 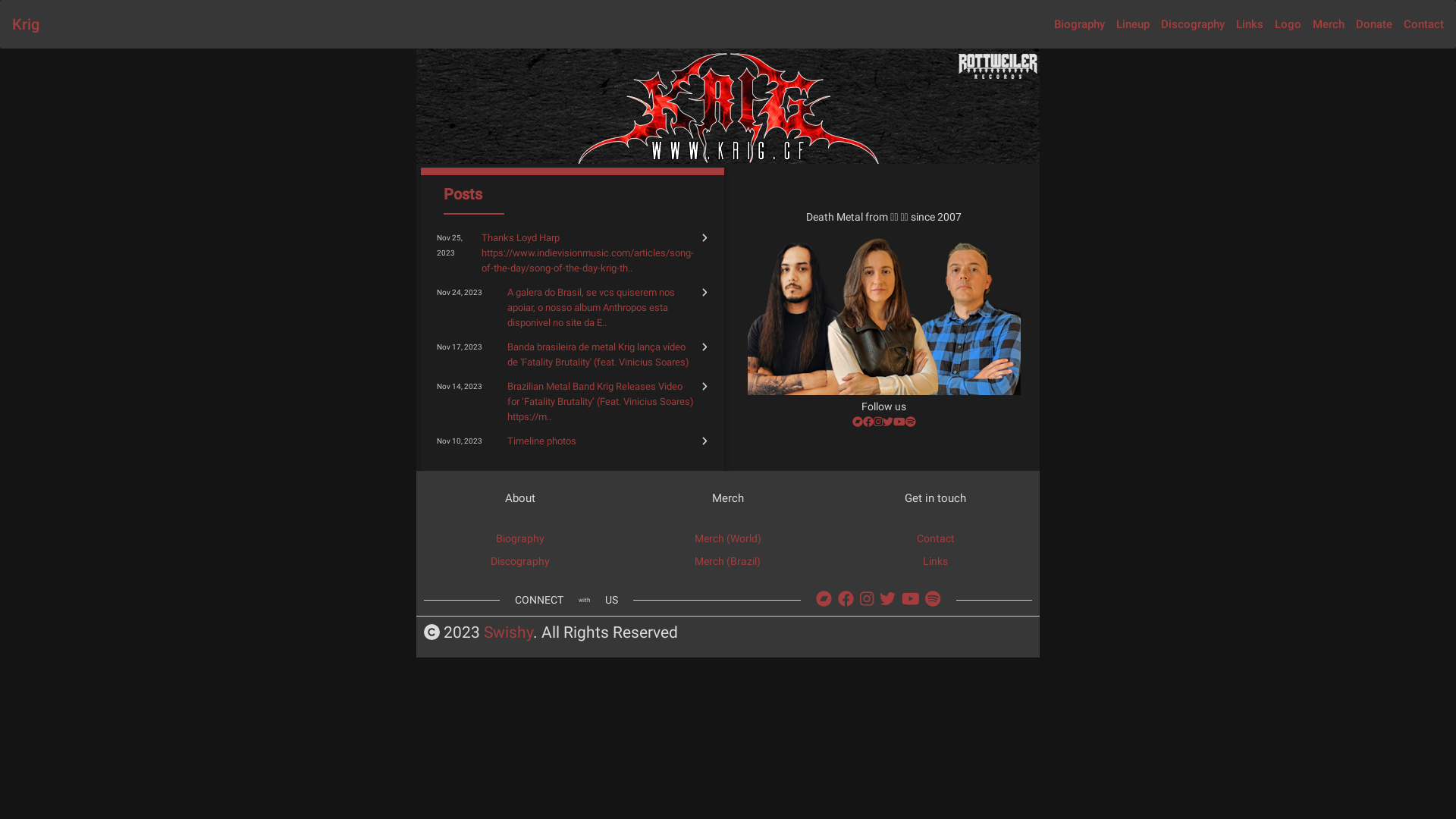 I want to click on 'Facebook', so click(x=868, y=421).